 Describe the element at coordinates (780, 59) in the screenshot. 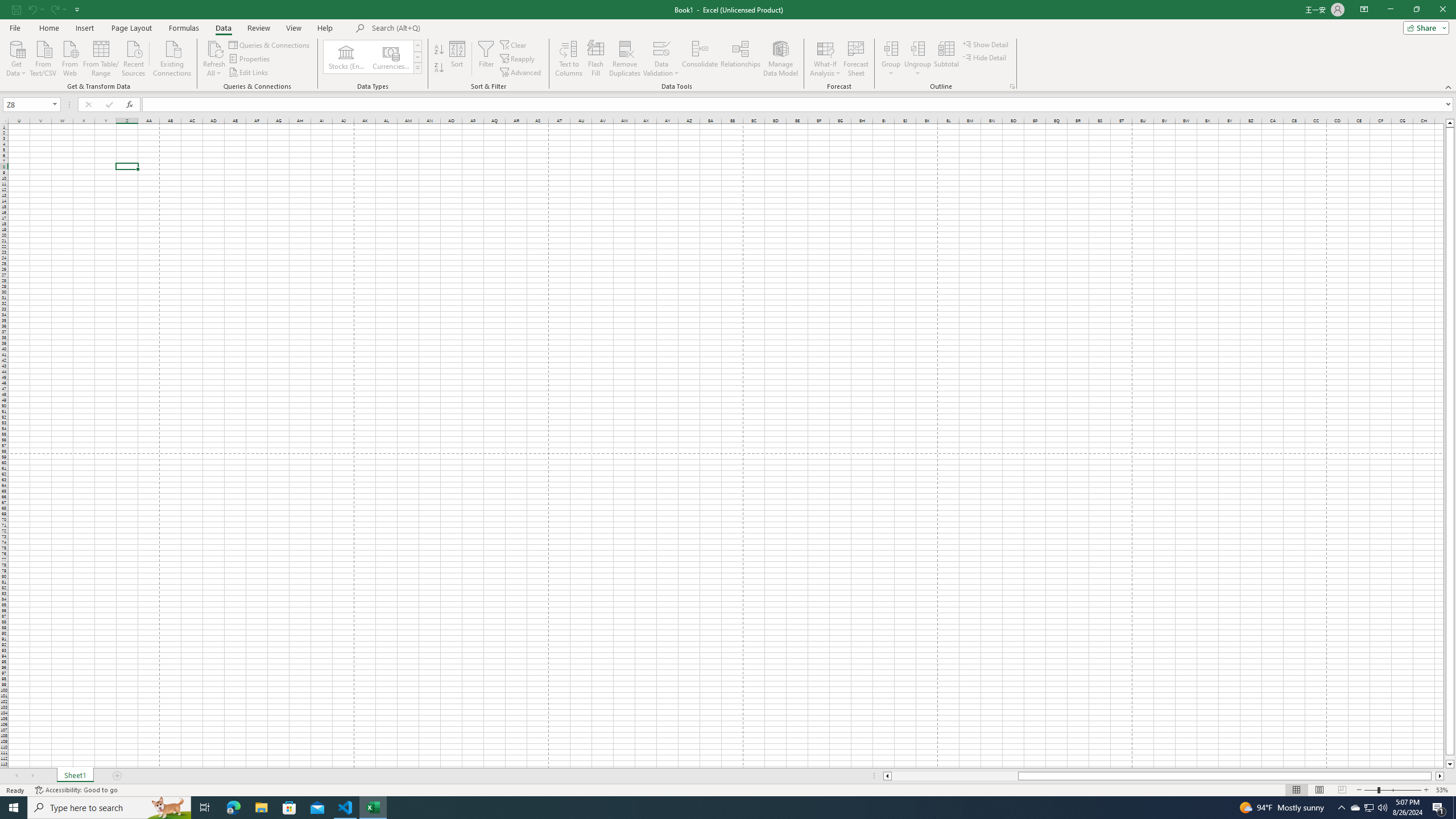

I see `'Manage Data Model'` at that location.